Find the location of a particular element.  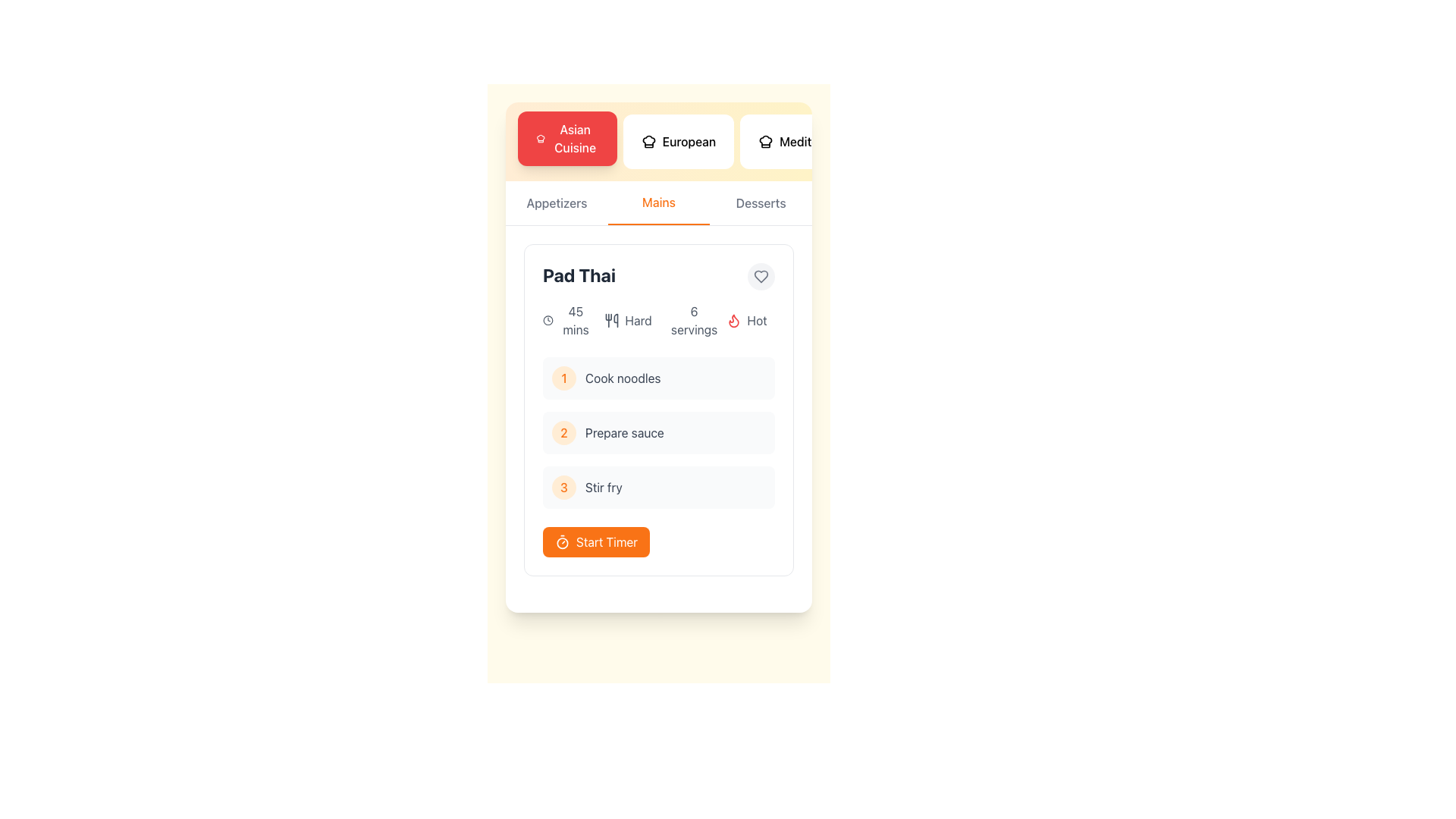

the first Tab Item in the horizontal menu is located at coordinates (556, 202).